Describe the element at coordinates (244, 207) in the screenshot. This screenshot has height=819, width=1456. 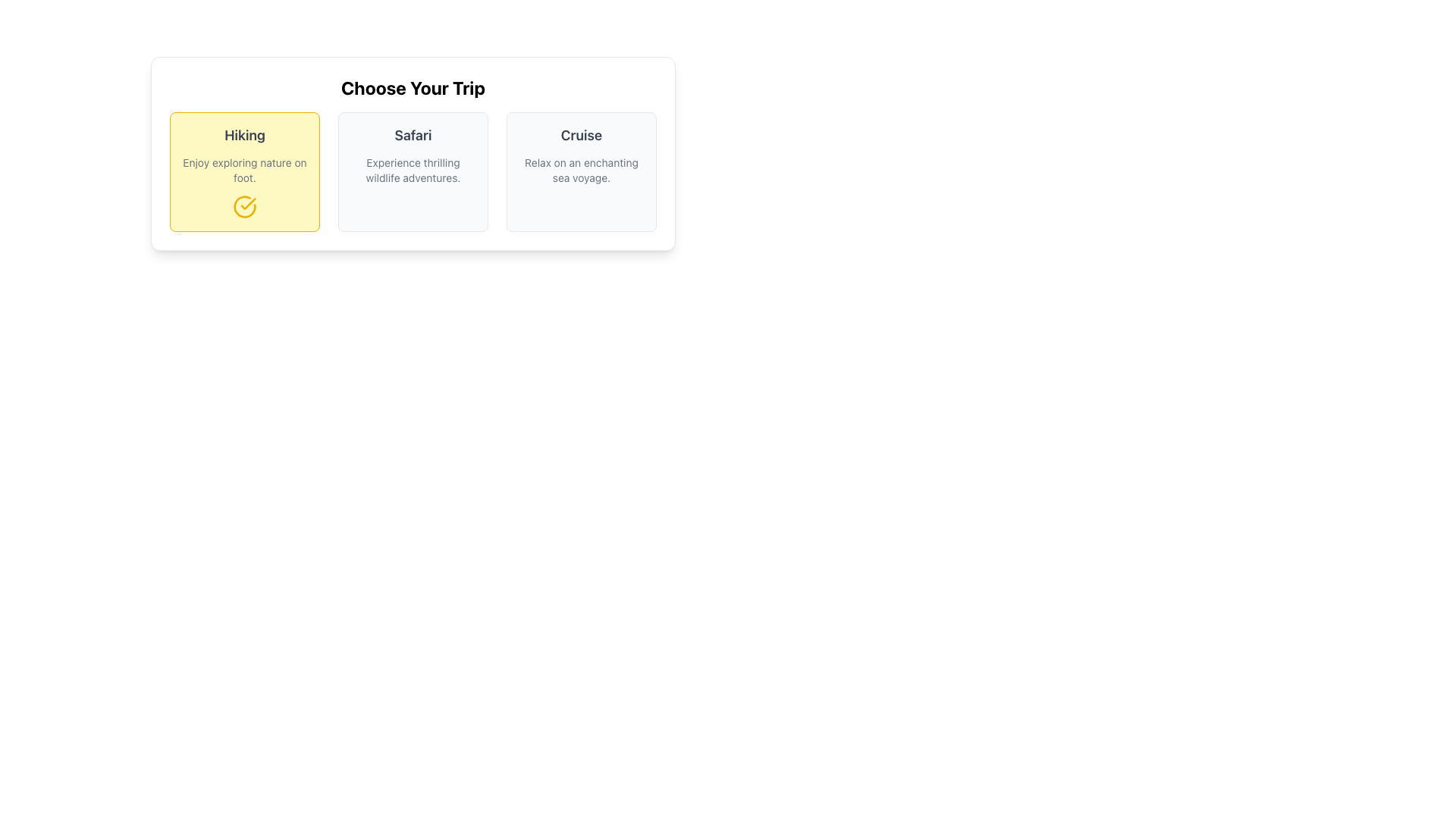
I see `the yellow circular icon with a checkmark symbol located at the bottom-right of the 'Hiking' card` at that location.